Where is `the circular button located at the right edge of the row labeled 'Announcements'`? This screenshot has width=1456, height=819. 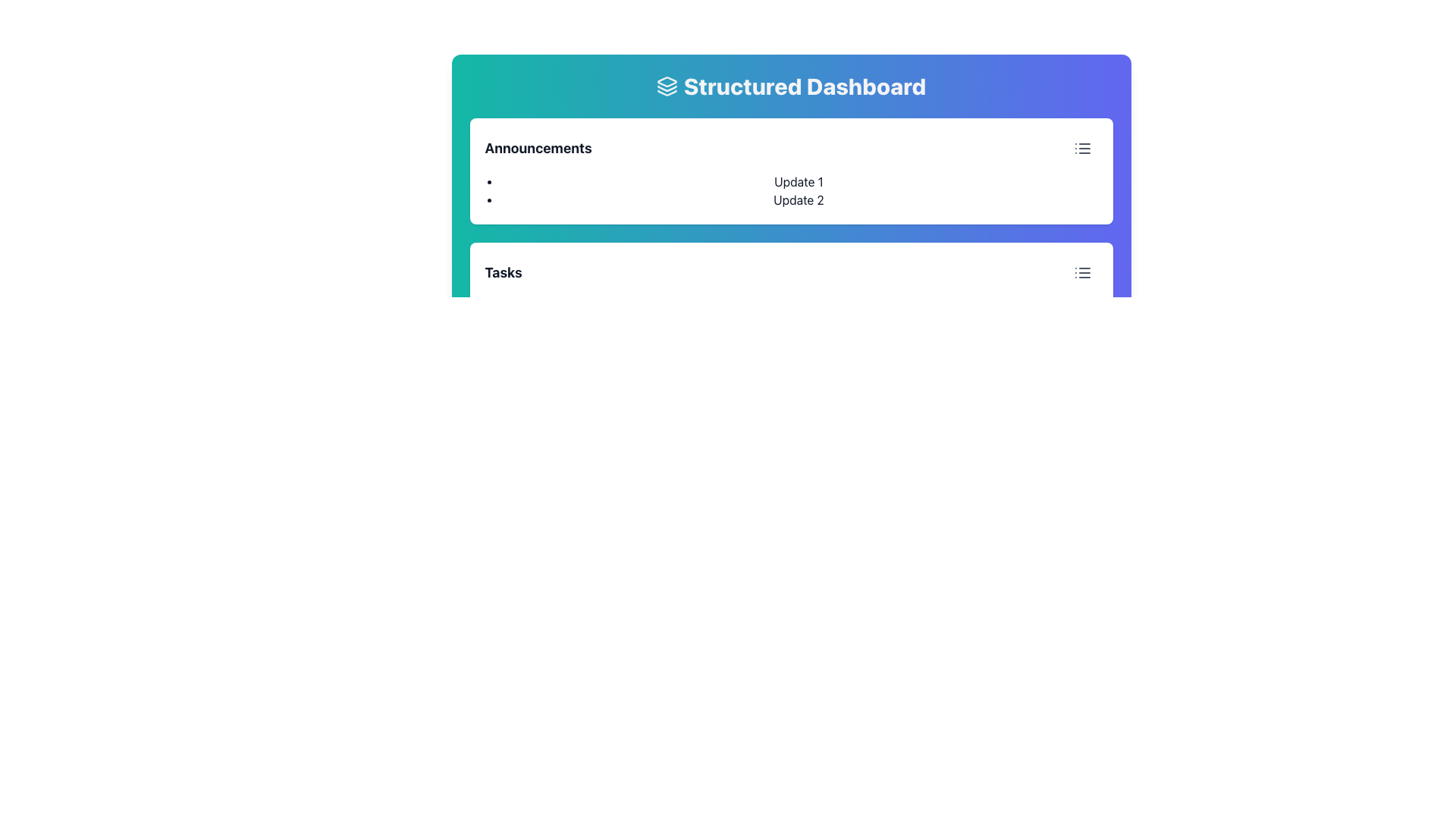
the circular button located at the right edge of the row labeled 'Announcements' is located at coordinates (1081, 149).